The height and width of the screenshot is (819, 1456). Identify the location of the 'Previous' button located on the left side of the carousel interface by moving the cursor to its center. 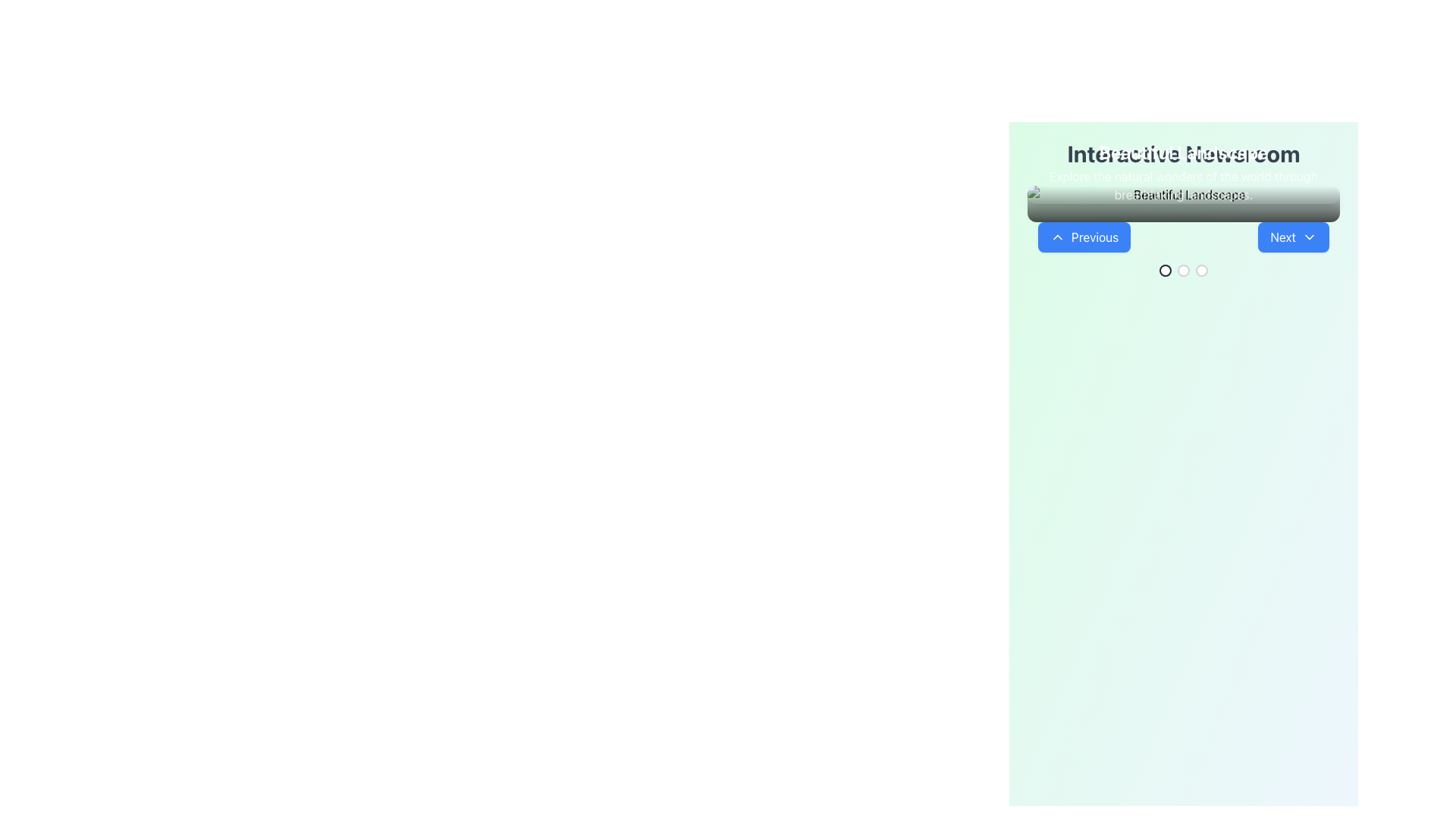
(1084, 237).